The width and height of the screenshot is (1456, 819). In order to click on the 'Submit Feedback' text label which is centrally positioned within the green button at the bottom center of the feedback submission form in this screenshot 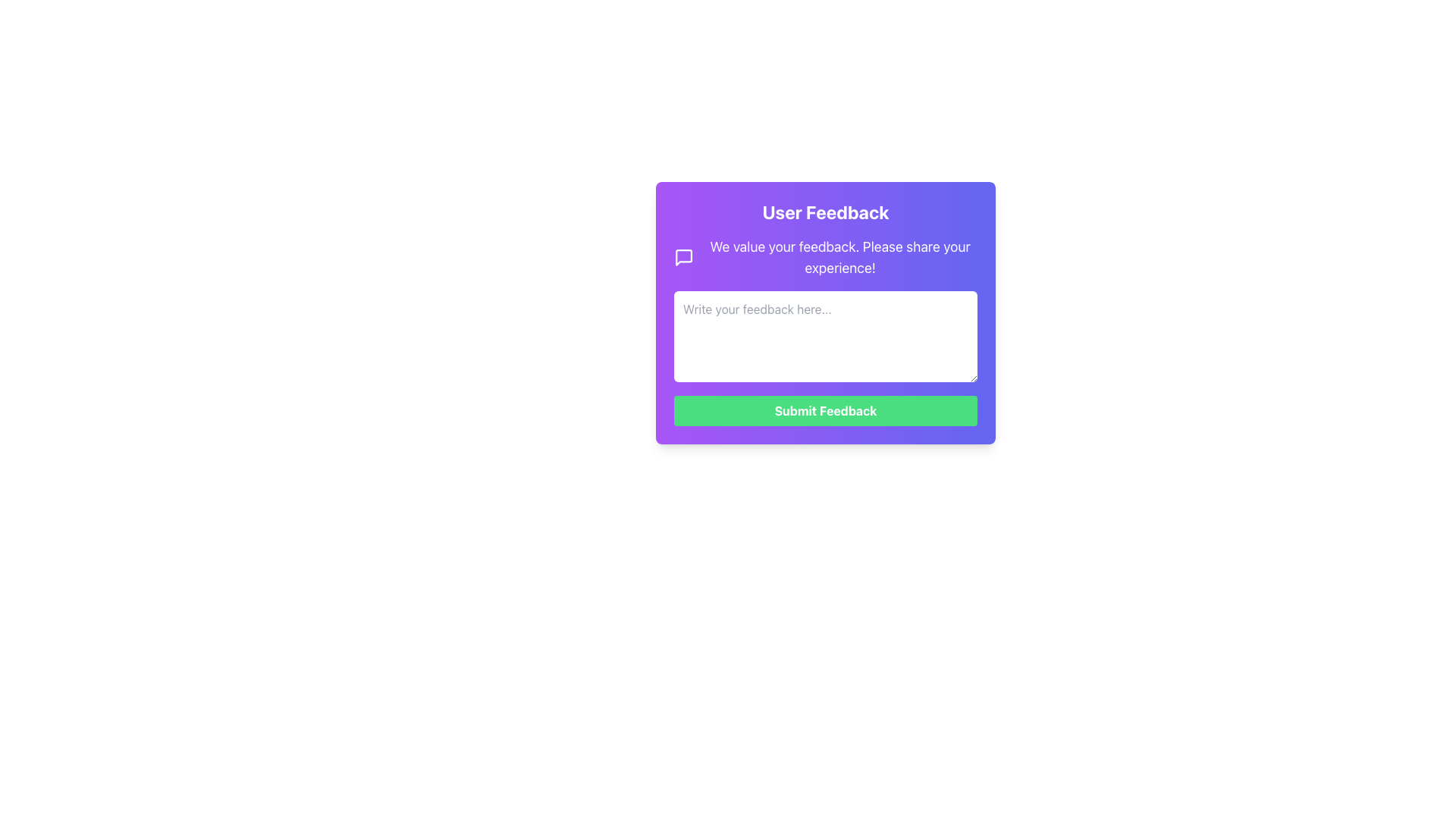, I will do `click(825, 411)`.